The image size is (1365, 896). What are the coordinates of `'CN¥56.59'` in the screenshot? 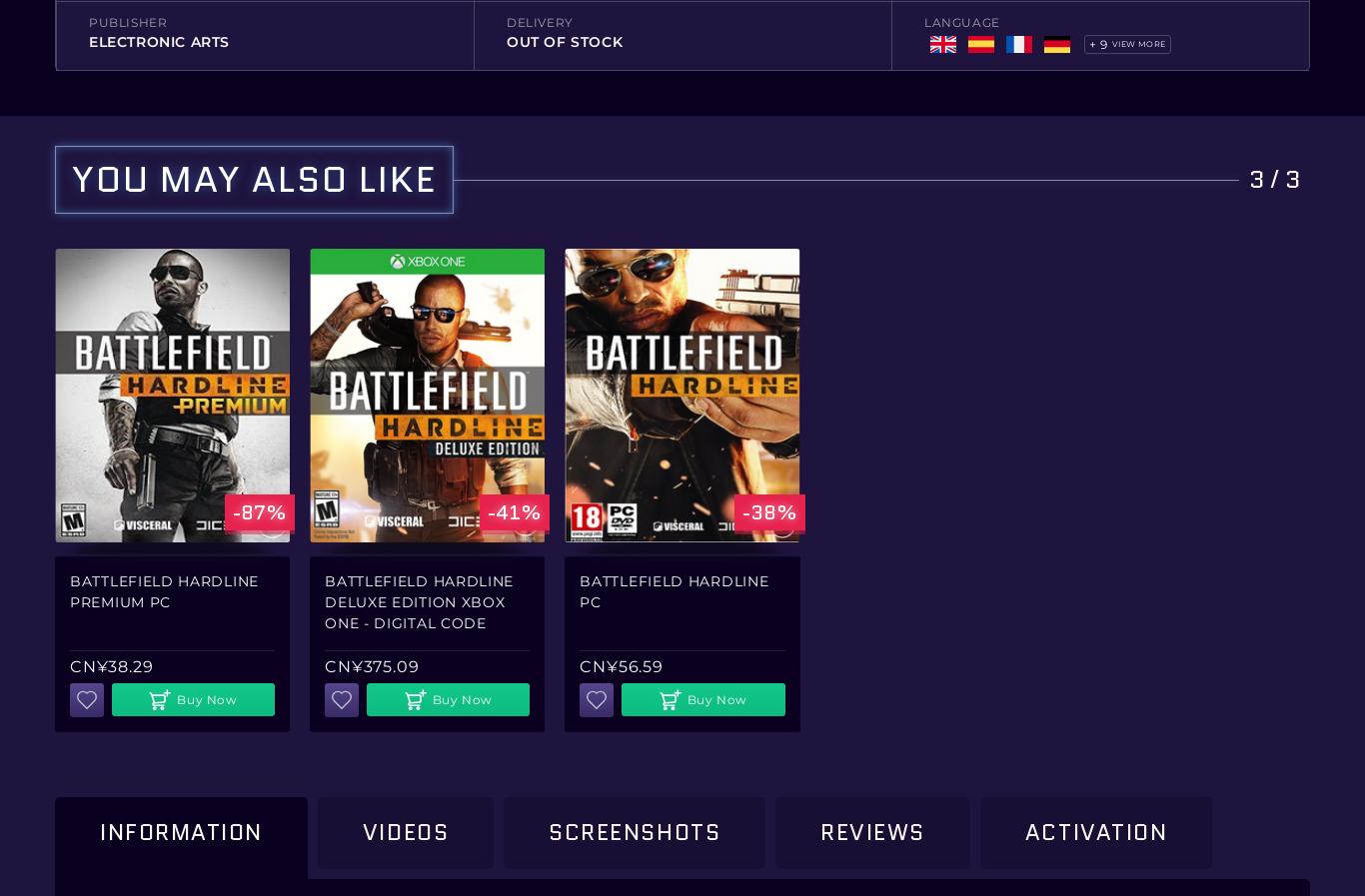 It's located at (579, 665).